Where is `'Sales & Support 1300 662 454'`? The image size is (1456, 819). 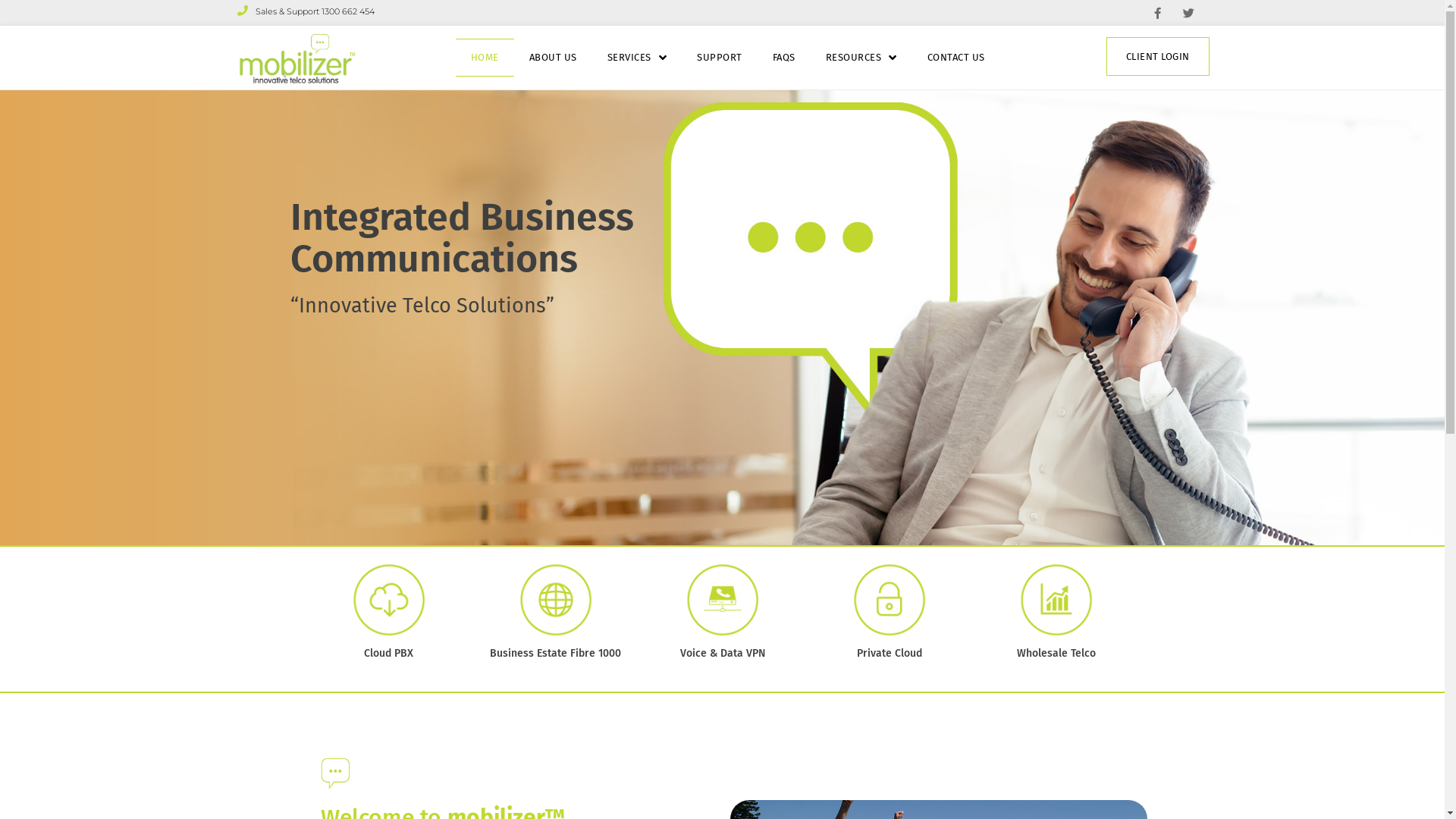 'Sales & Support 1300 662 454' is located at coordinates (304, 11).